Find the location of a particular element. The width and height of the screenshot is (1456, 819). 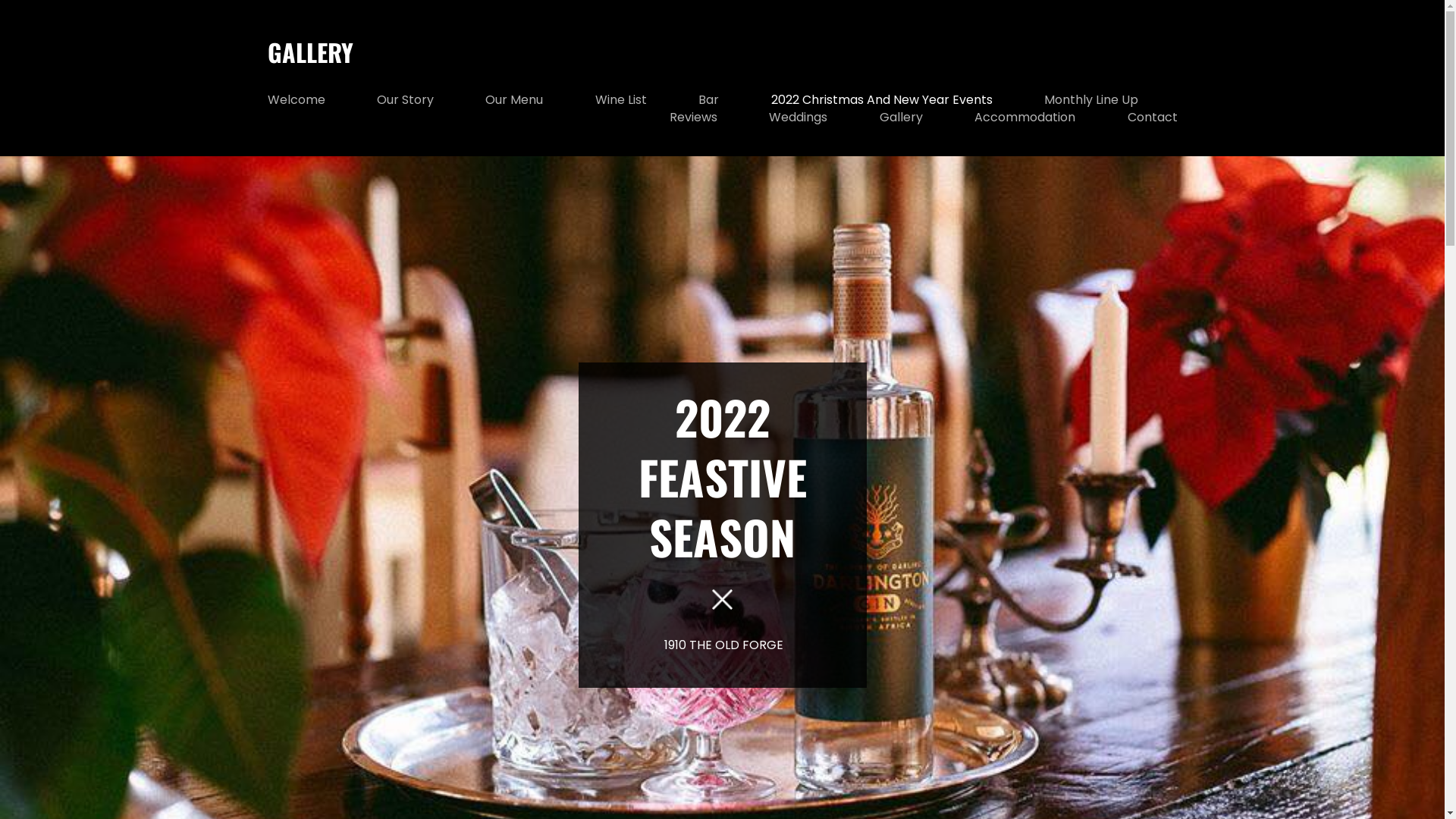

'GALLERY' is located at coordinates (266, 51).